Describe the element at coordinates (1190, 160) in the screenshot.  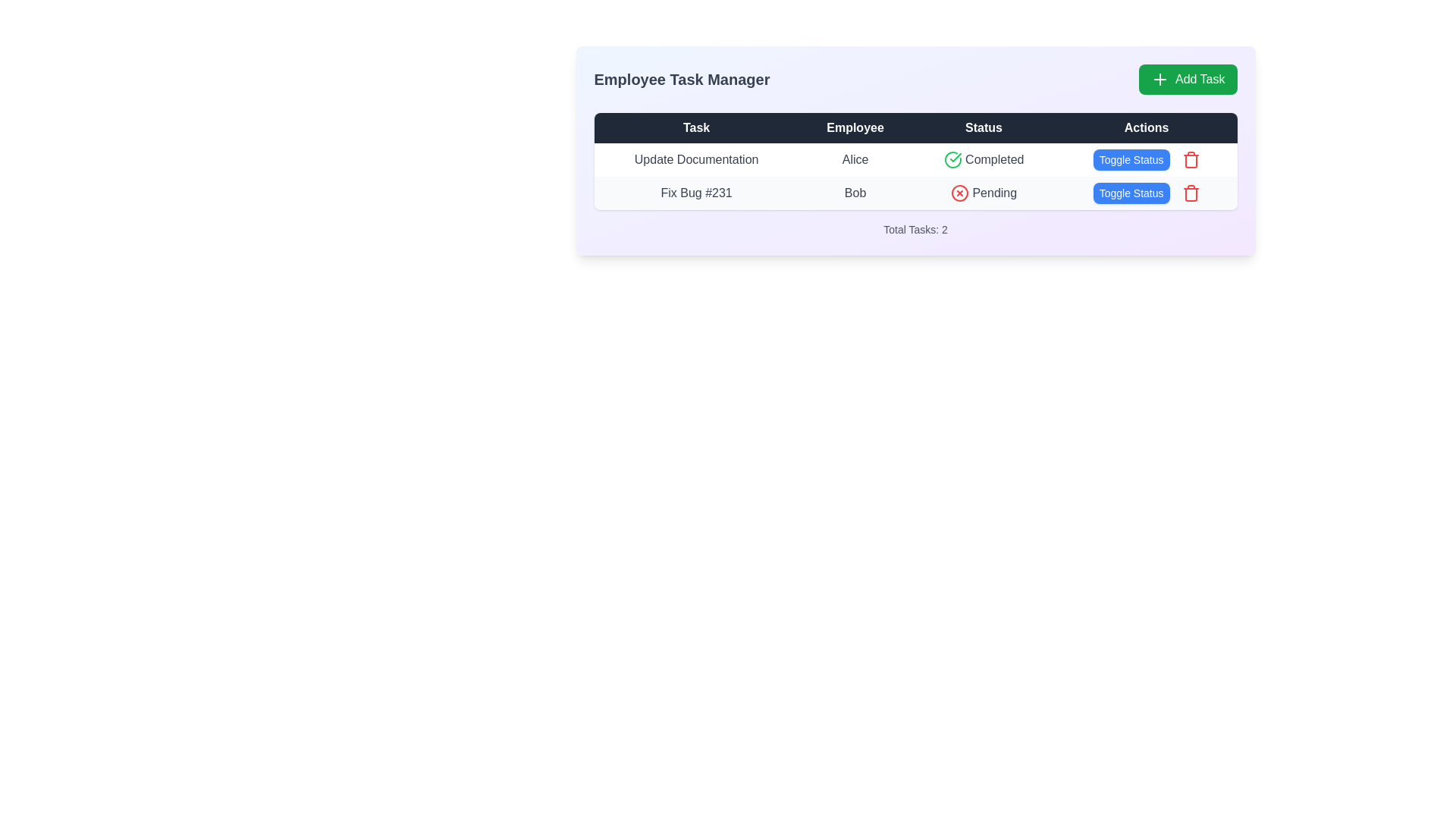
I see `the delete button located in the 'Actions' column of the table, positioned to the right of the 'Toggle Status' button, to trigger any potential visual effects` at that location.